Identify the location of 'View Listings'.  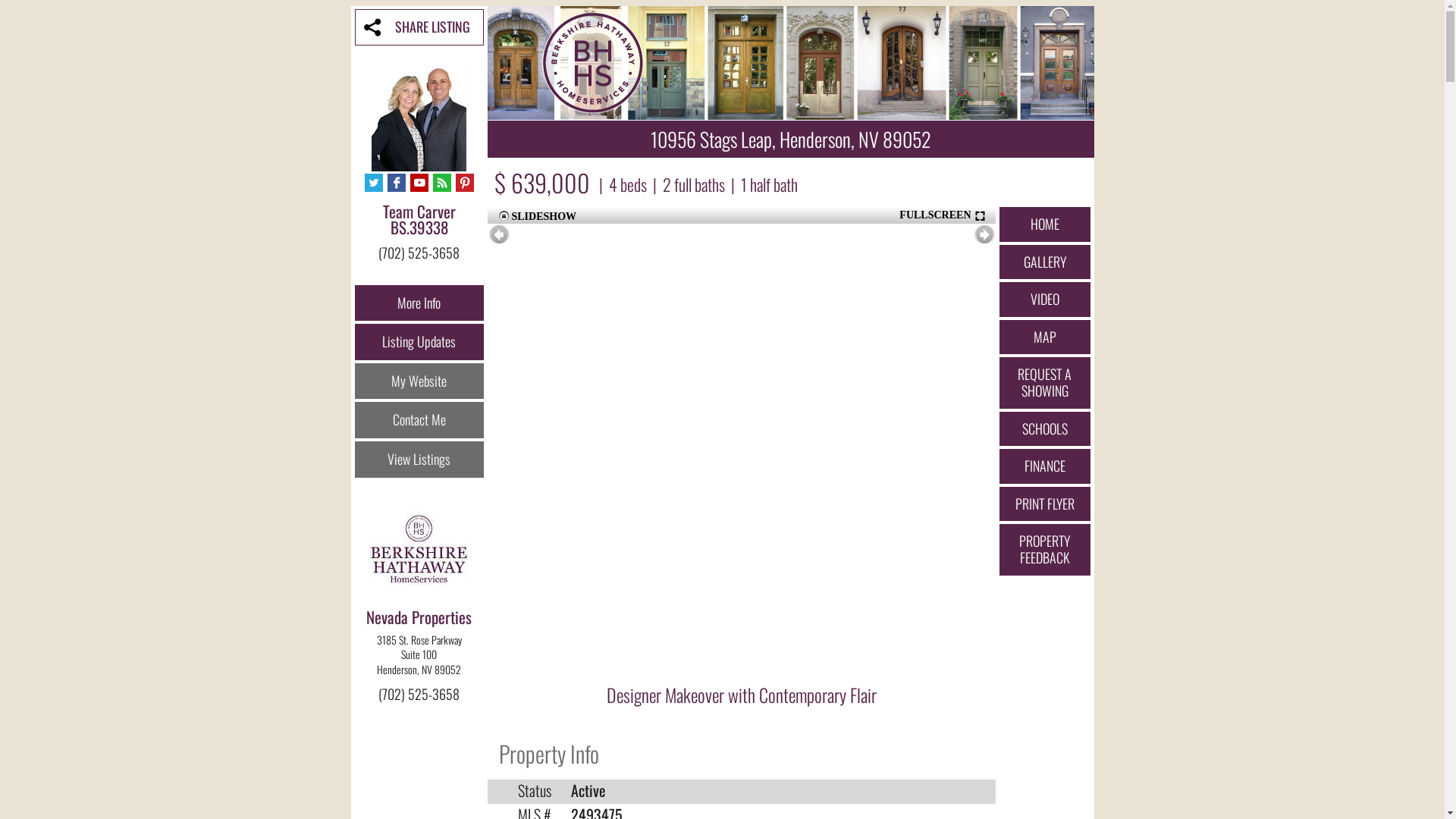
(419, 458).